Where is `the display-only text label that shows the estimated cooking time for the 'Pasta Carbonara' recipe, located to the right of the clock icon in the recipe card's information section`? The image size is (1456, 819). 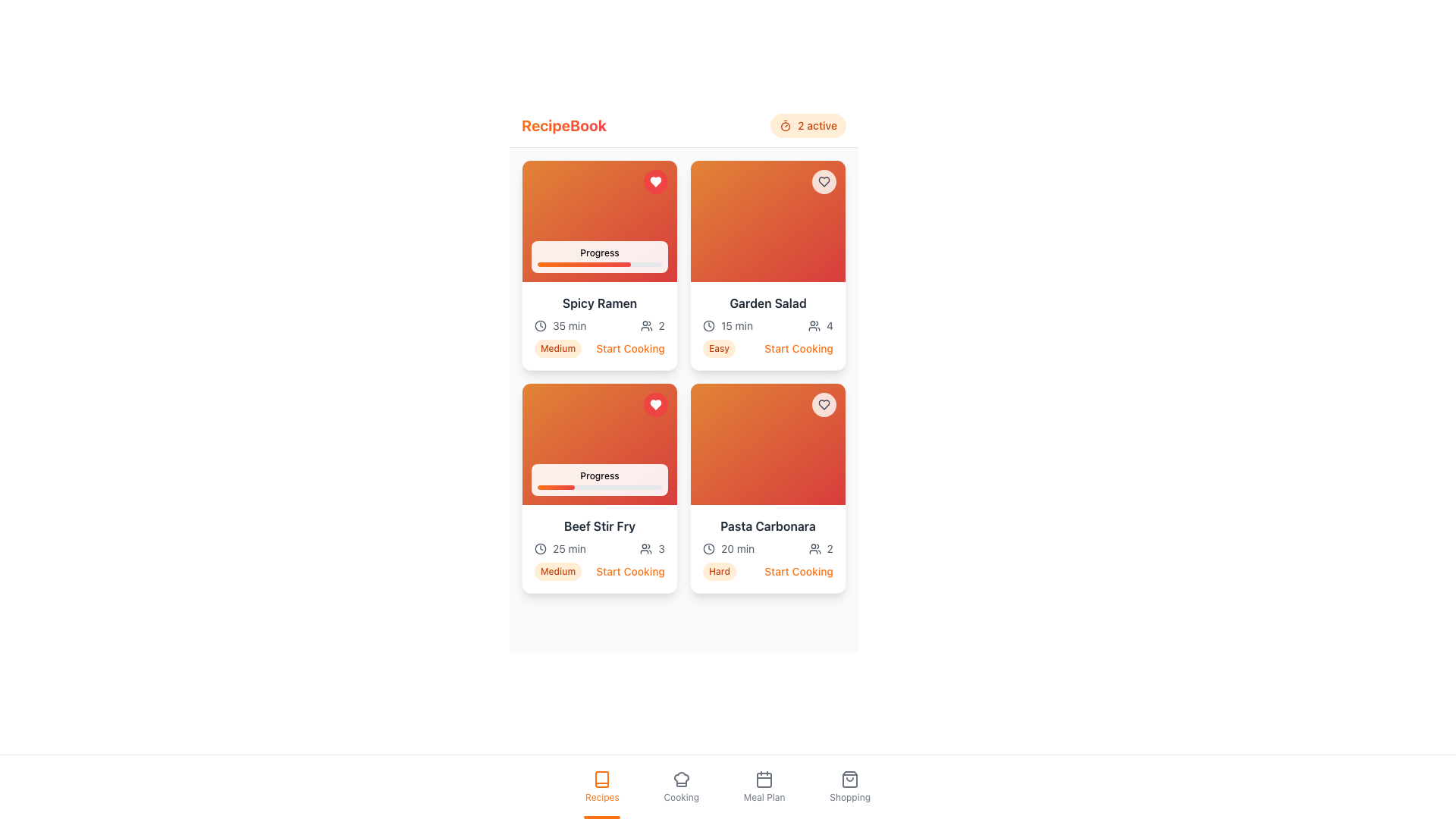
the display-only text label that shows the estimated cooking time for the 'Pasta Carbonara' recipe, located to the right of the clock icon in the recipe card's information section is located at coordinates (738, 549).